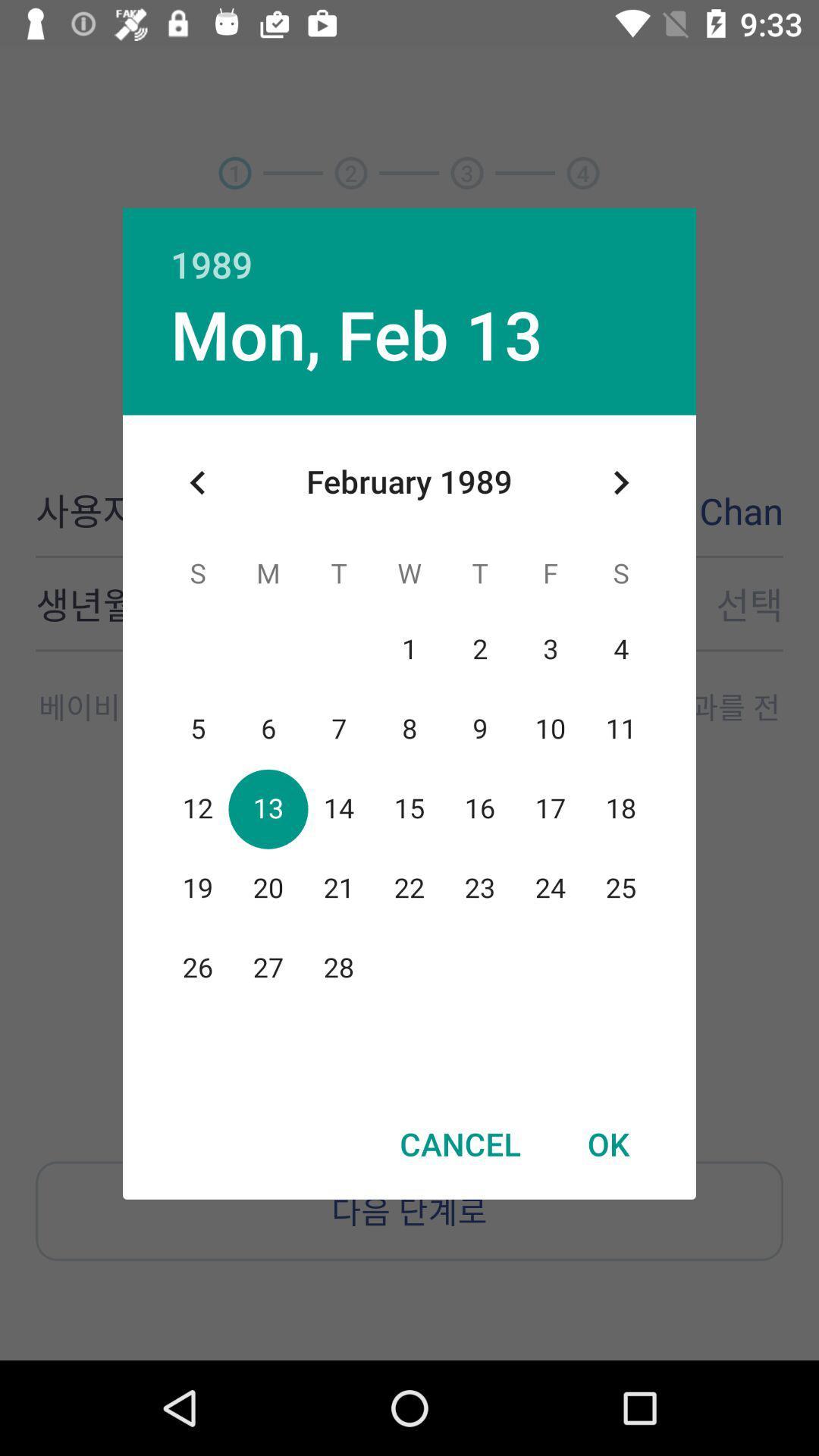 The height and width of the screenshot is (1456, 819). I want to click on icon at the top right corner, so click(620, 482).